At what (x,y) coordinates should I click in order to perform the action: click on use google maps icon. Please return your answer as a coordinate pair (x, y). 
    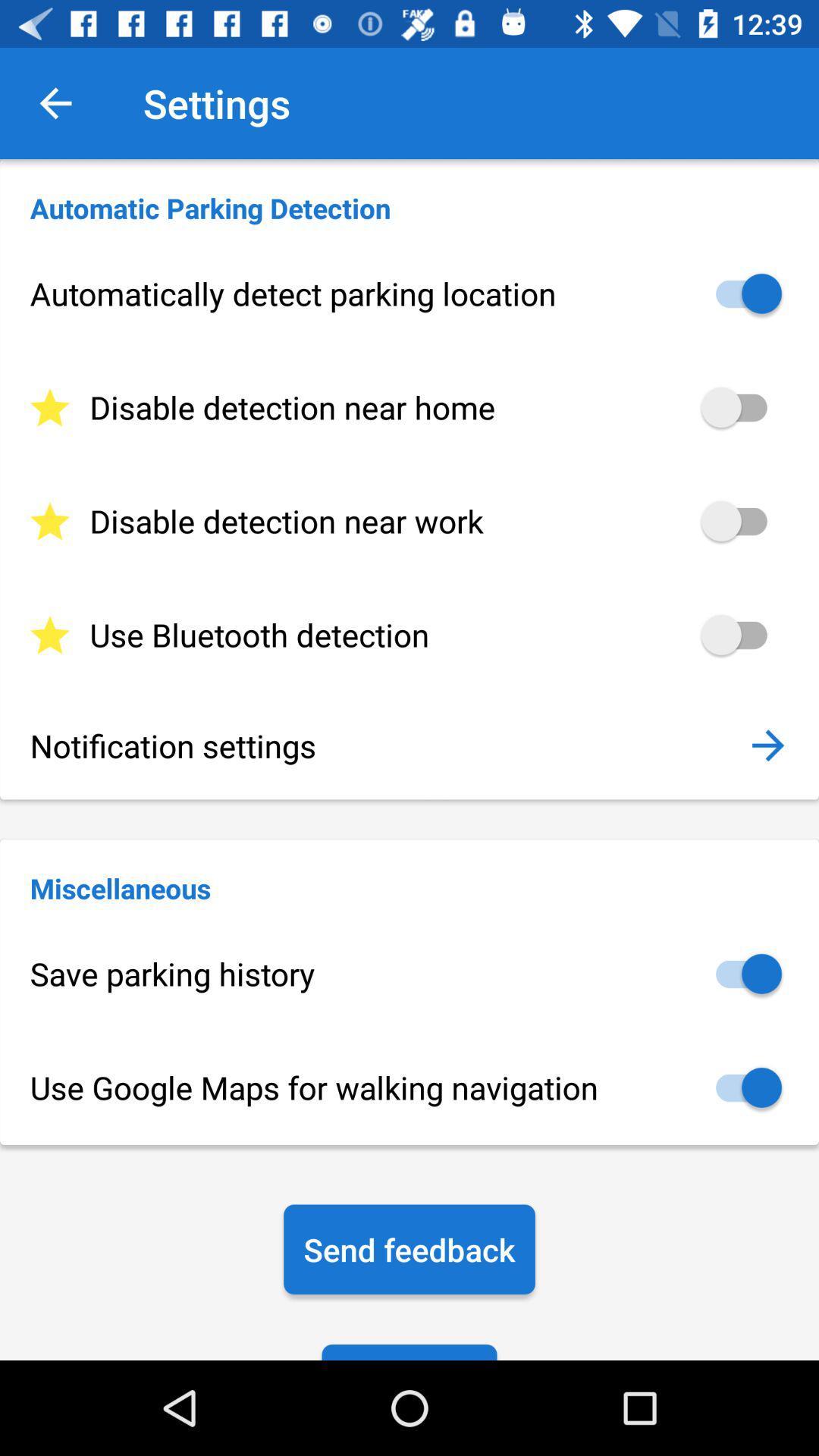
    Looking at the image, I should click on (409, 1087).